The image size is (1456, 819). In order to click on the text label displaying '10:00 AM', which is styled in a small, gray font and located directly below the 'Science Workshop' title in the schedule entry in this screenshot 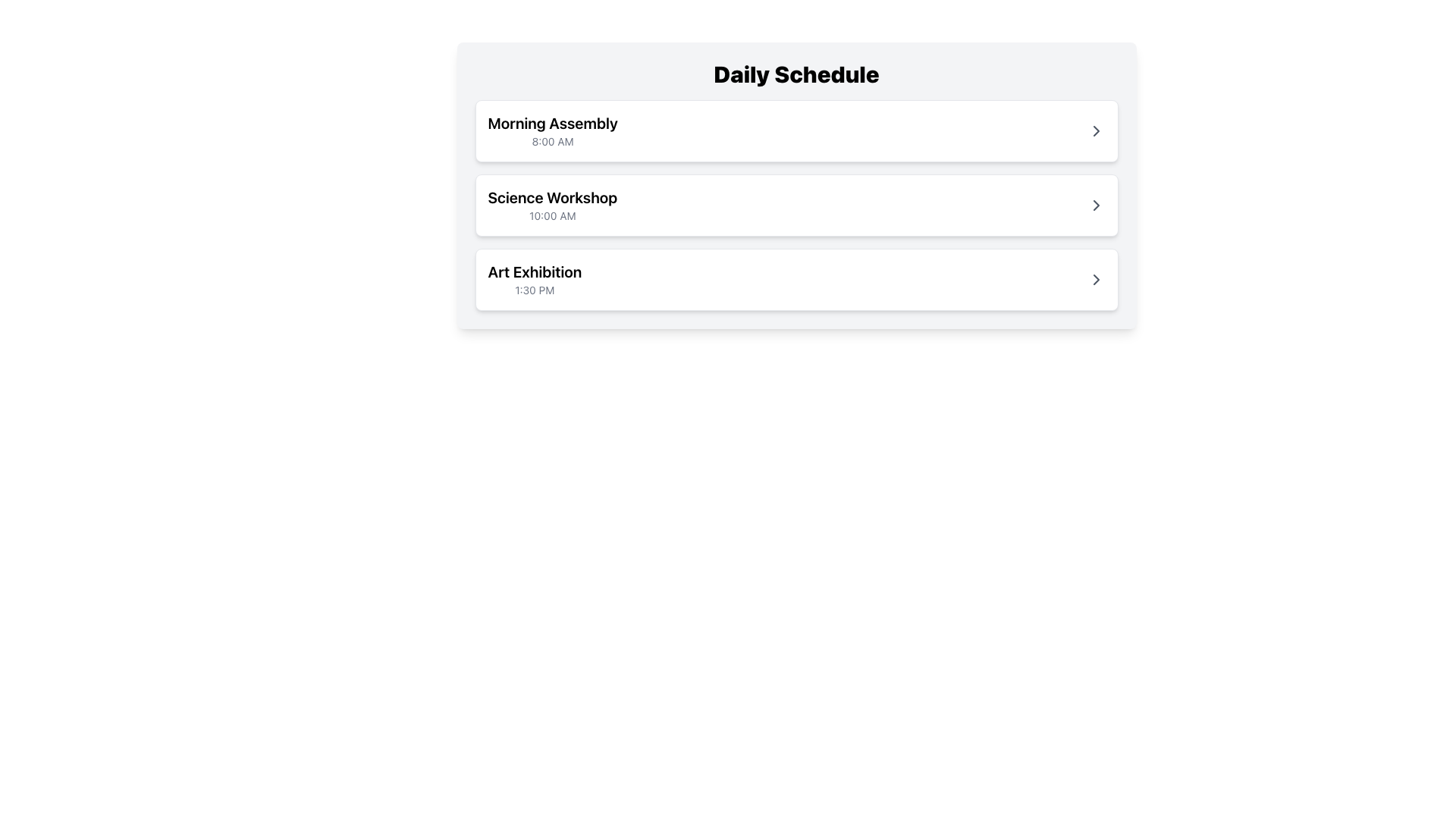, I will do `click(551, 216)`.